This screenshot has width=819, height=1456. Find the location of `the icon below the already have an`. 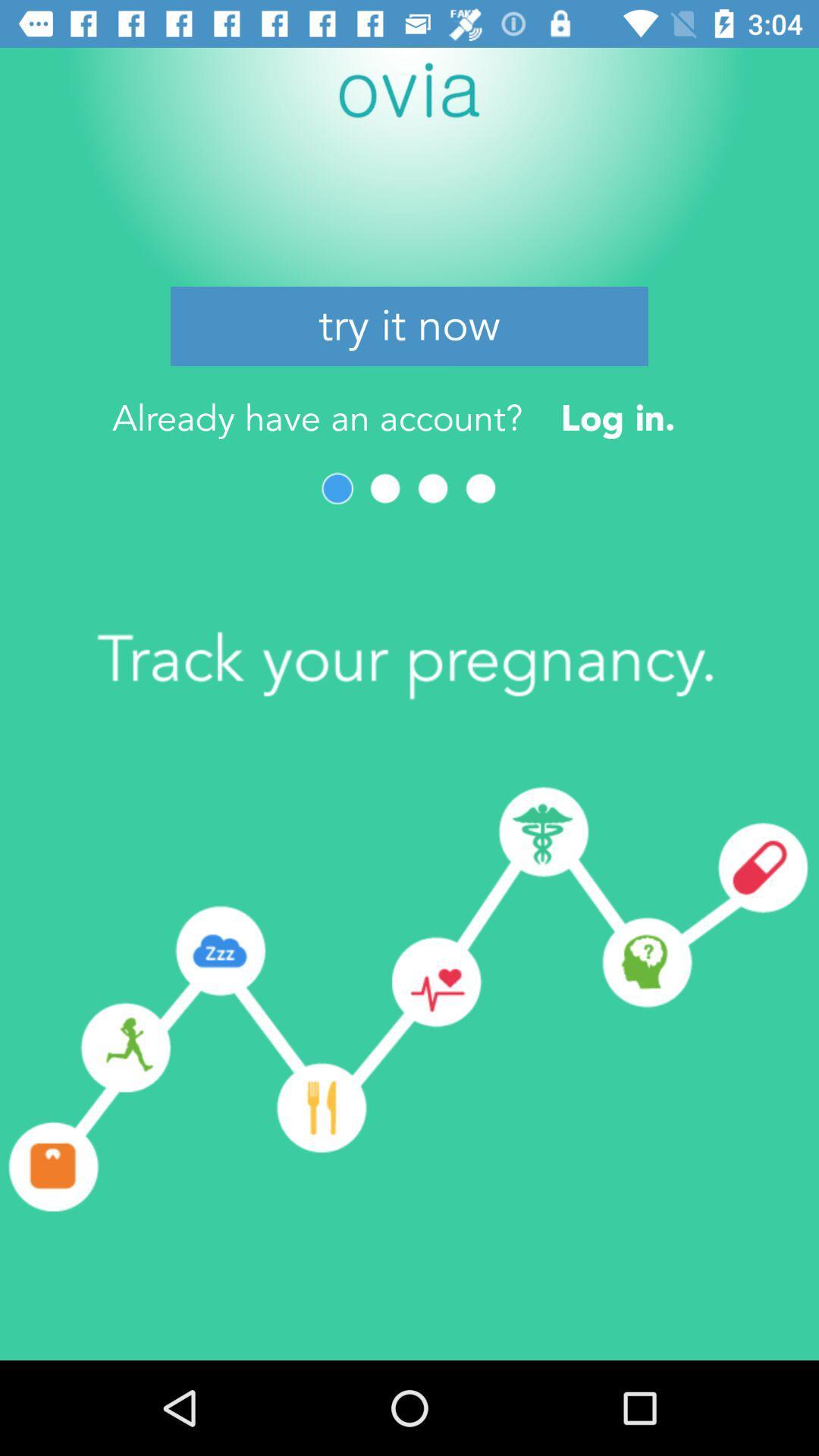

the icon below the already have an is located at coordinates (384, 488).